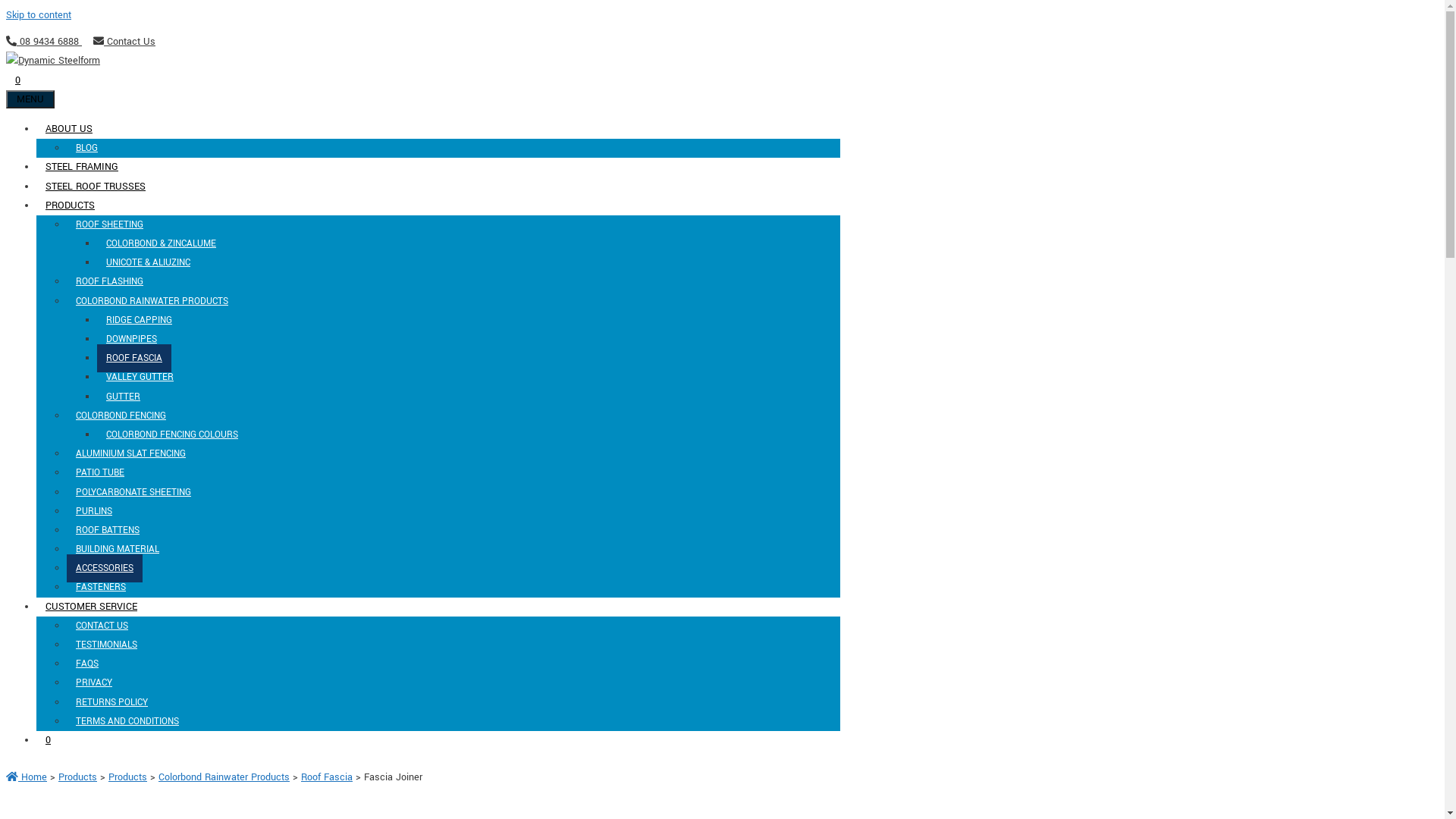 The image size is (1456, 819). Describe the element at coordinates (161, 243) in the screenshot. I see `'COLORBOND & ZINCALUME'` at that location.